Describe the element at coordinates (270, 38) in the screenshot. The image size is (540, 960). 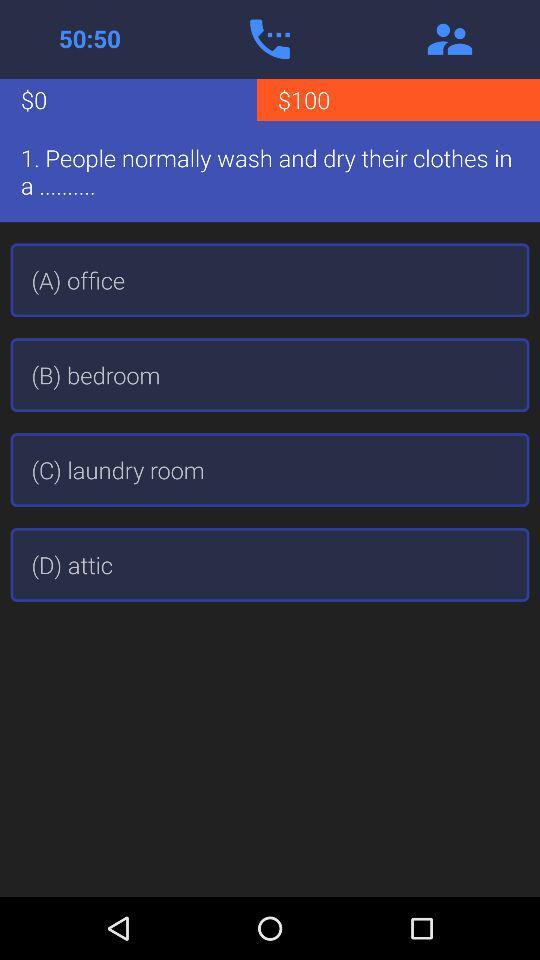
I see `phone a friend` at that location.